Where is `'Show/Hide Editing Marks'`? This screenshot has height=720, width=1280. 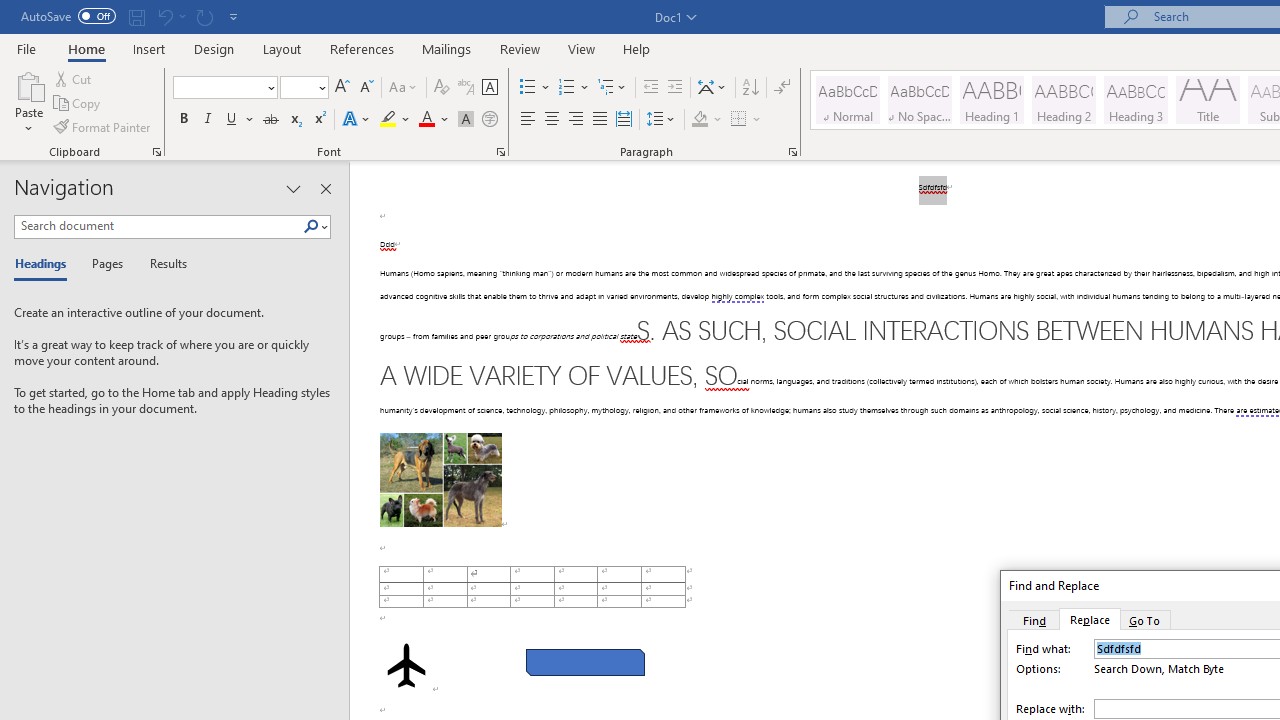 'Show/Hide Editing Marks' is located at coordinates (781, 86).